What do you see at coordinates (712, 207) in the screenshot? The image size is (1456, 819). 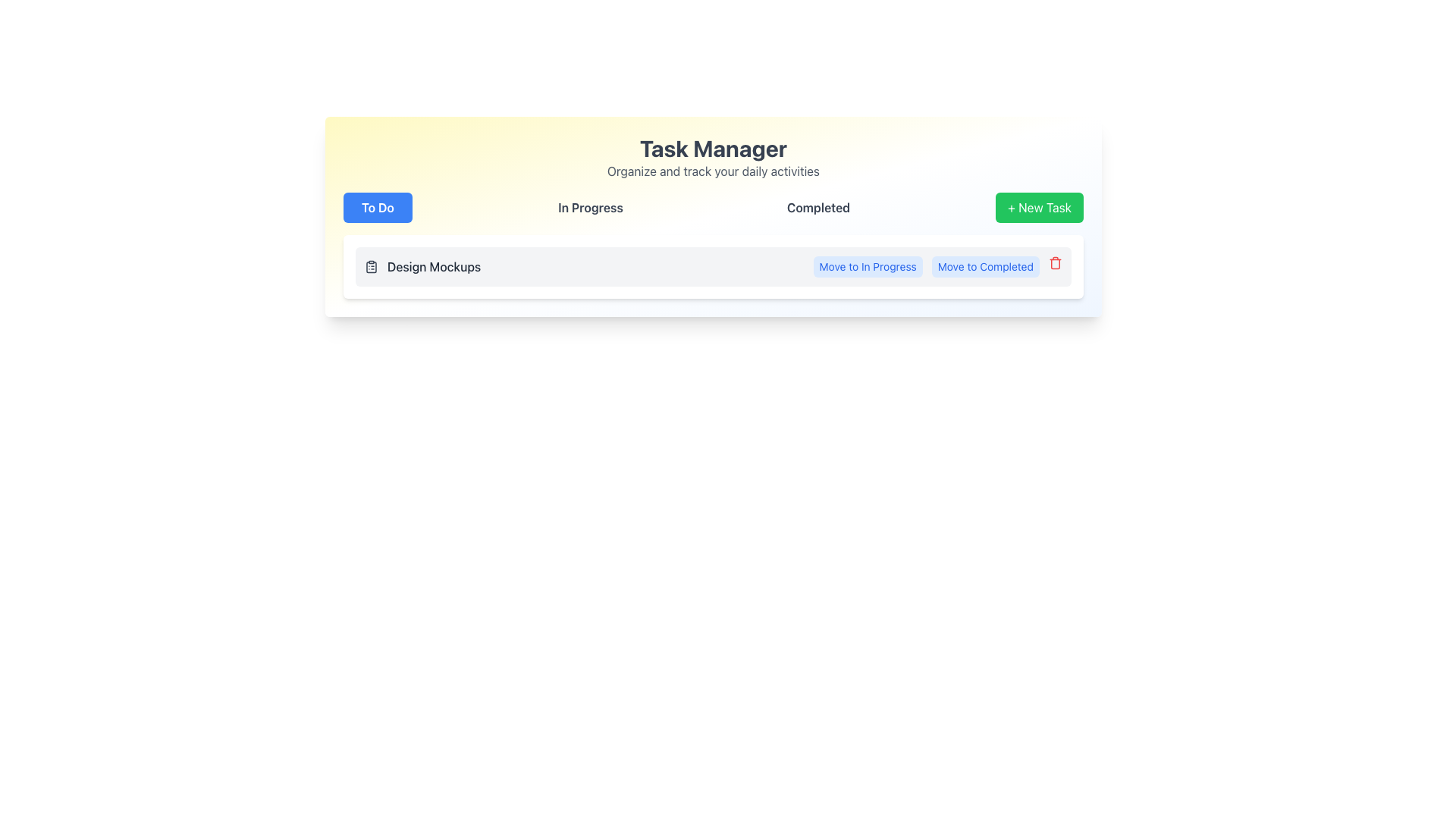 I see `any button in the task management navigation bar` at bounding box center [712, 207].